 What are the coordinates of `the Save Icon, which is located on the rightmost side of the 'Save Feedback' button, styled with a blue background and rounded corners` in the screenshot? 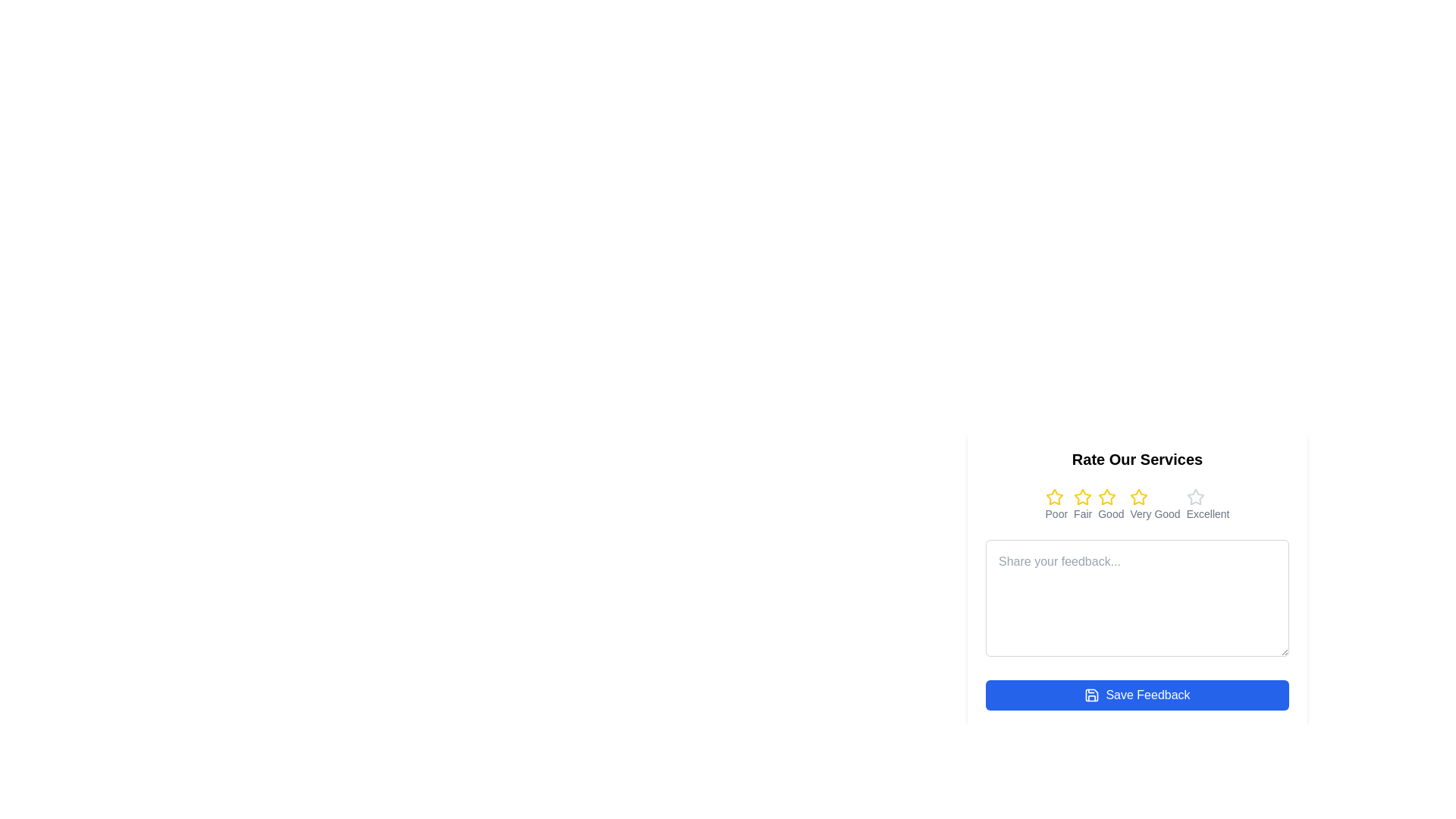 It's located at (1092, 695).